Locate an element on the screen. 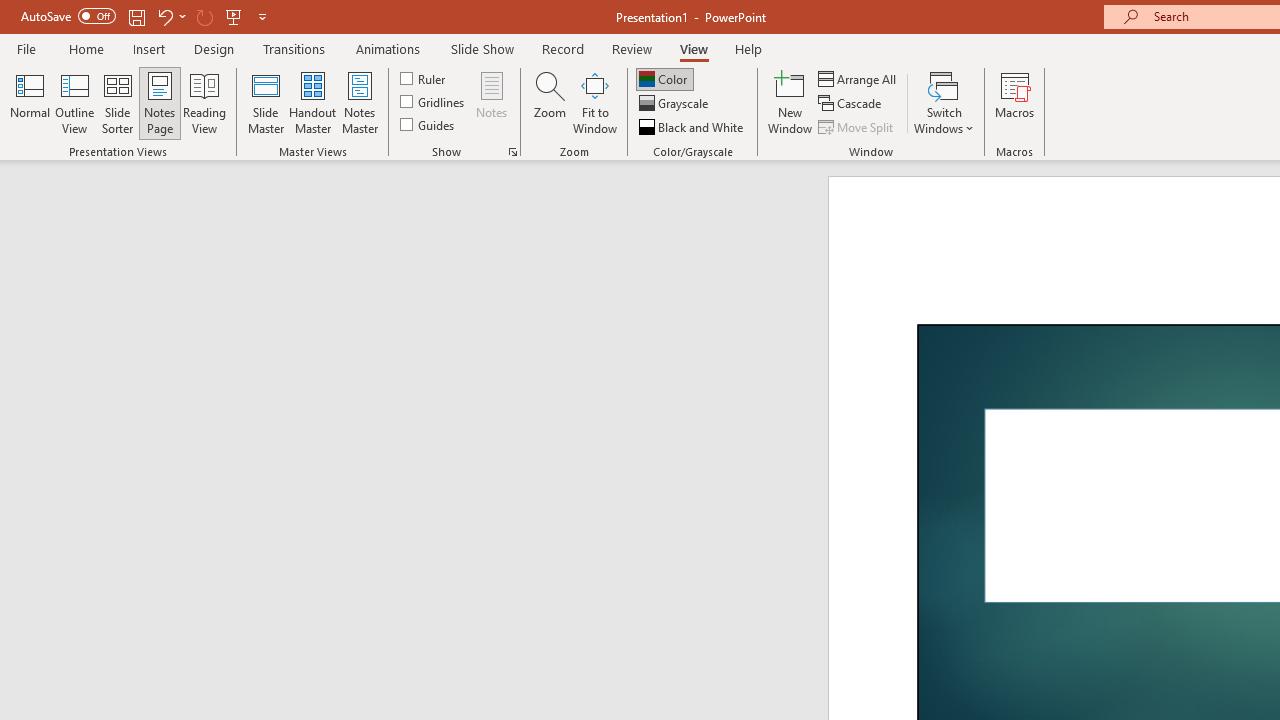 This screenshot has width=1280, height=720. 'File Tab' is located at coordinates (26, 47).